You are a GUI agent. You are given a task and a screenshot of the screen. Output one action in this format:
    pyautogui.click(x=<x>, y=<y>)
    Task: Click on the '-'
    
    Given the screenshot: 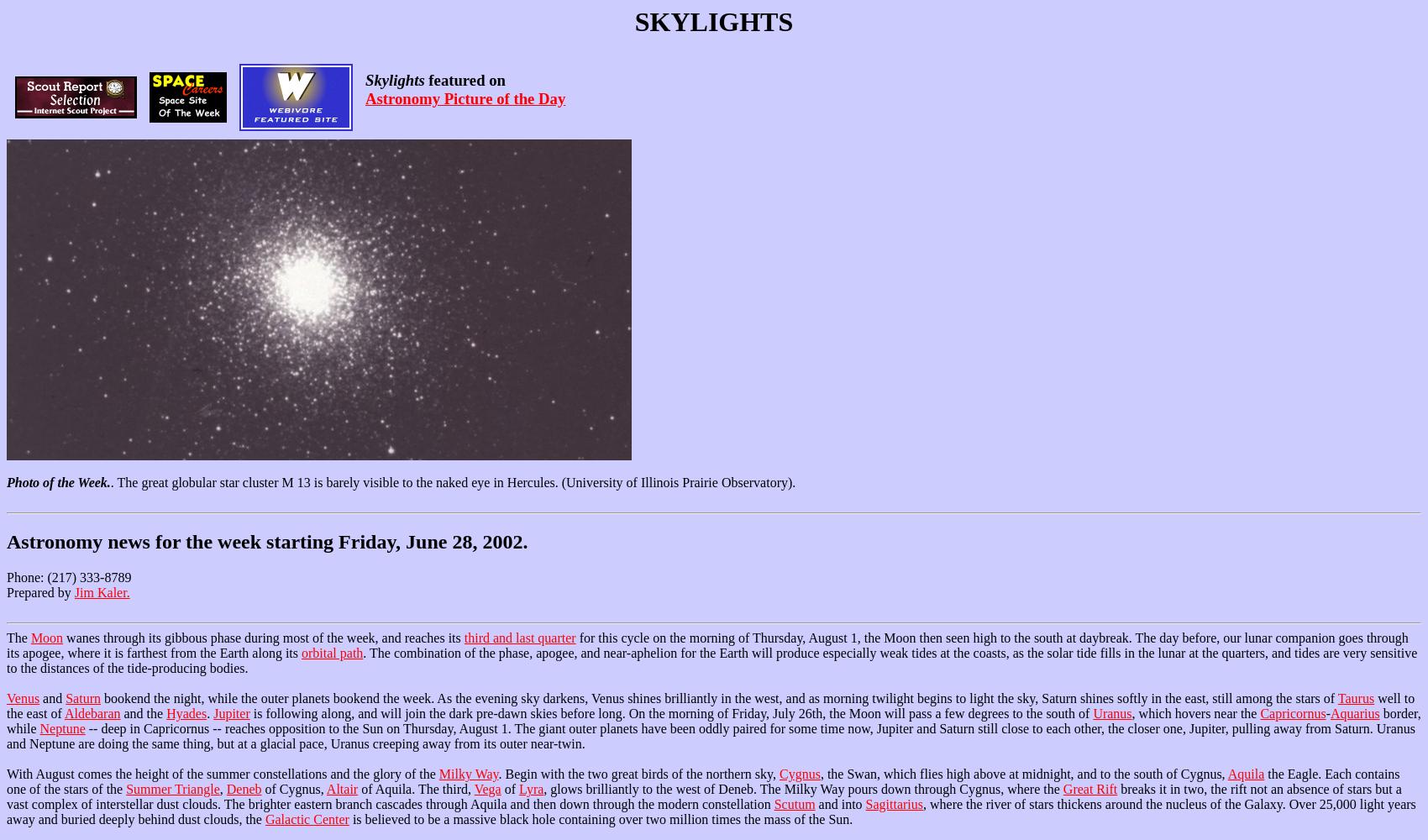 What is the action you would take?
    pyautogui.click(x=1327, y=712)
    